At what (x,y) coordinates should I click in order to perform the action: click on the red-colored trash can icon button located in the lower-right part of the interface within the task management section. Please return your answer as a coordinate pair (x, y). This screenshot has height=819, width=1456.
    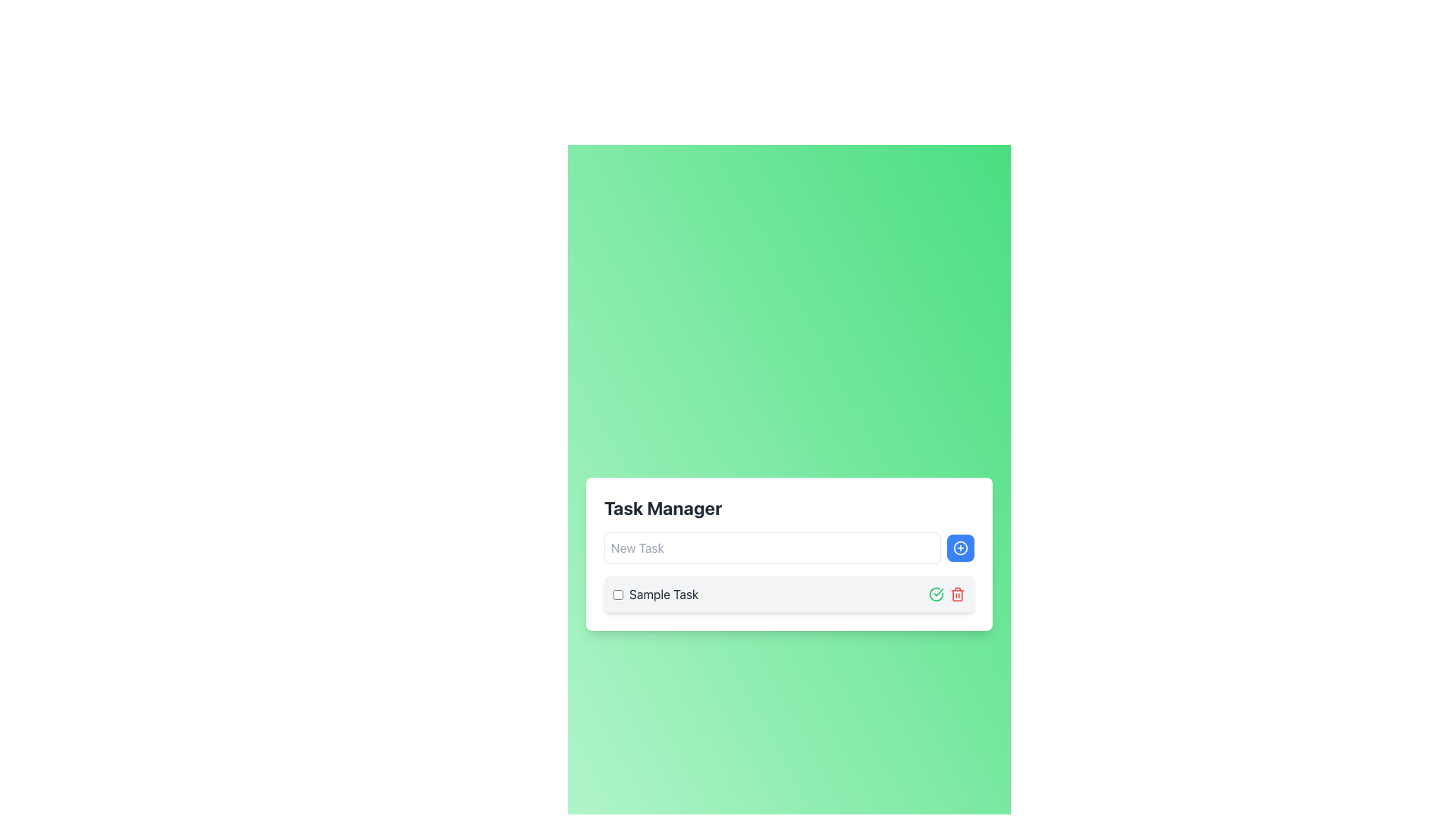
    Looking at the image, I should click on (956, 593).